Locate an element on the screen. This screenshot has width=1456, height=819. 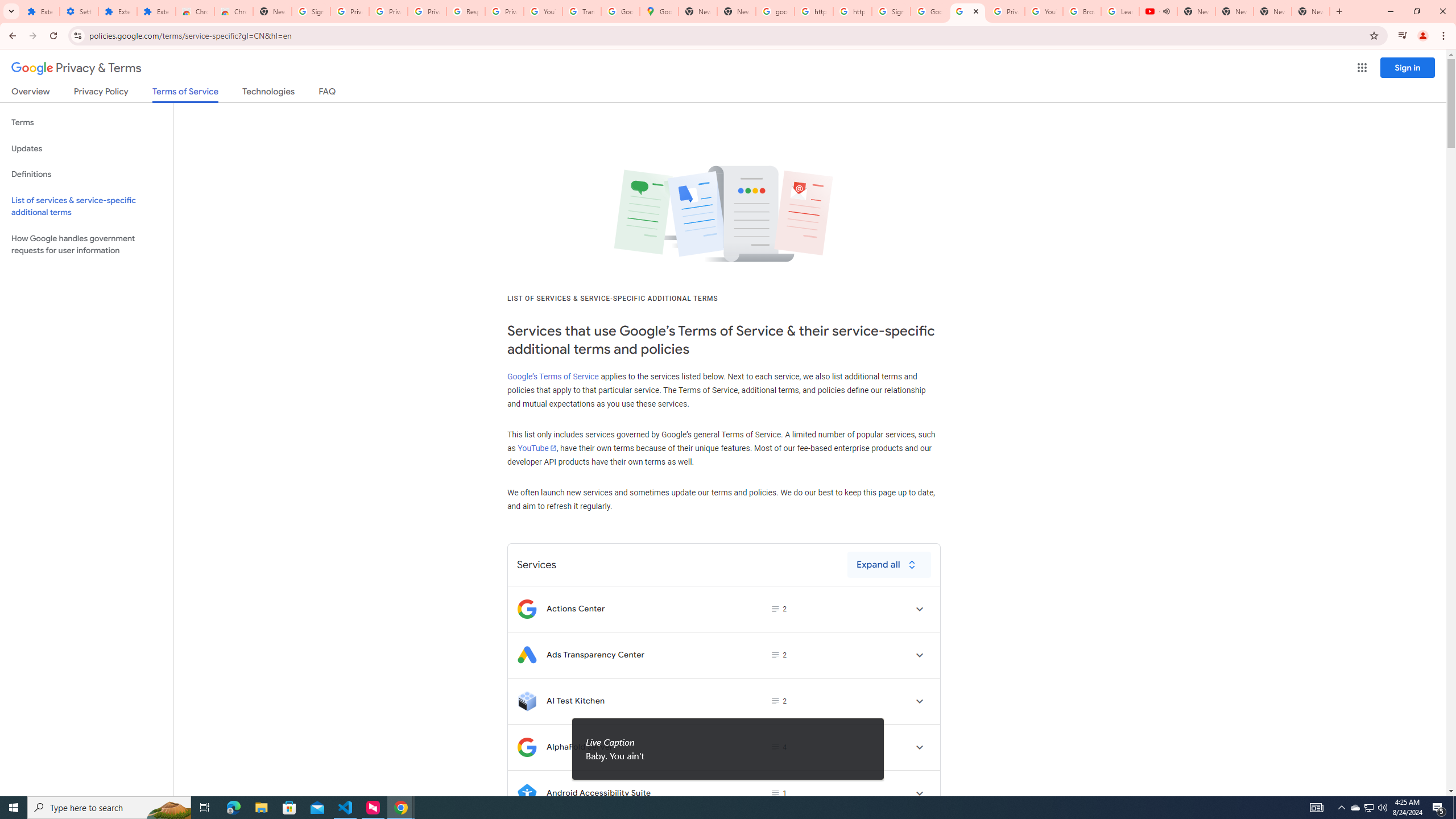
'Logo for Actions Center' is located at coordinates (526, 608).